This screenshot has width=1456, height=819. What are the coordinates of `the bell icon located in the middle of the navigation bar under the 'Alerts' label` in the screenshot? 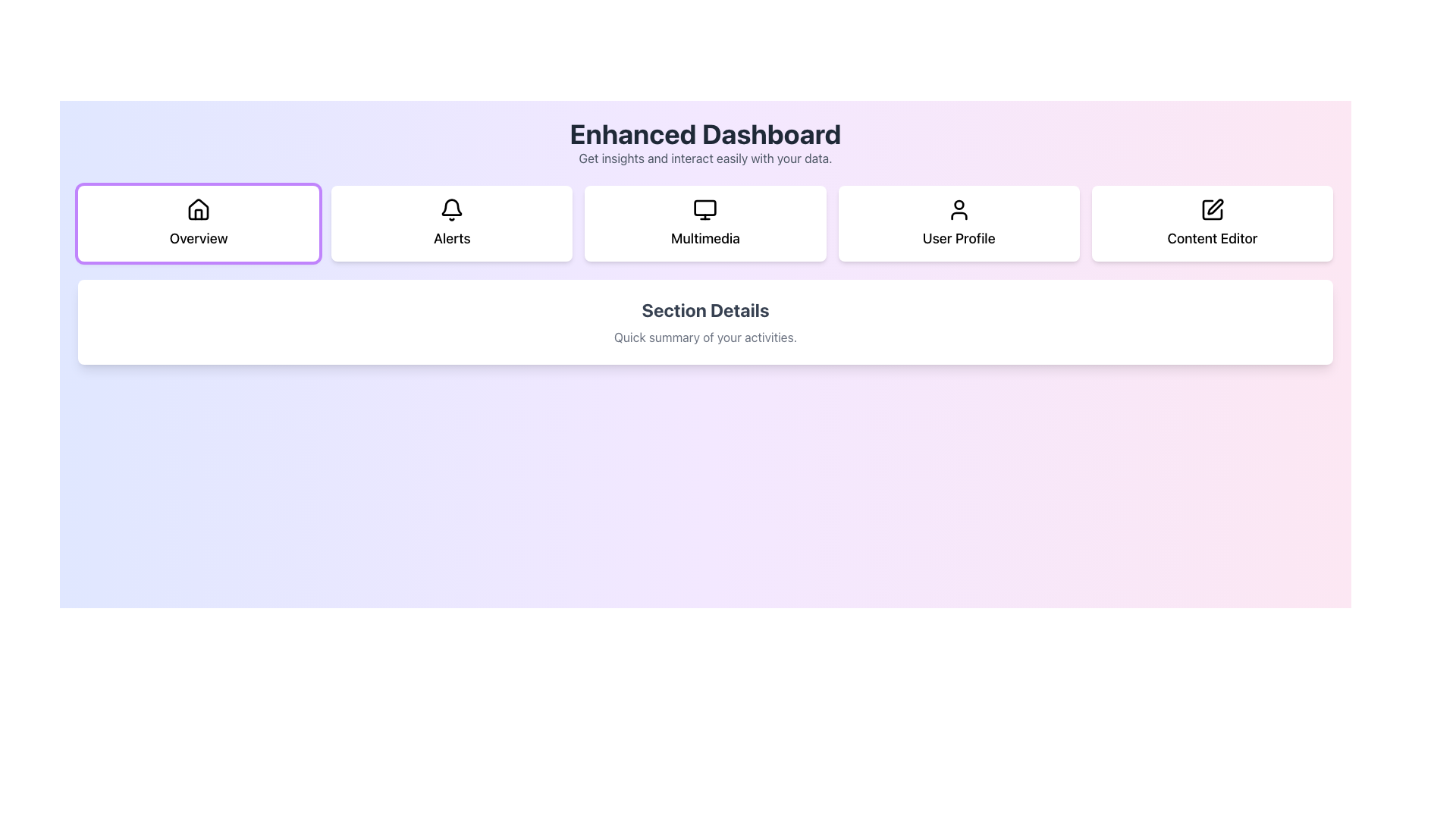 It's located at (451, 207).